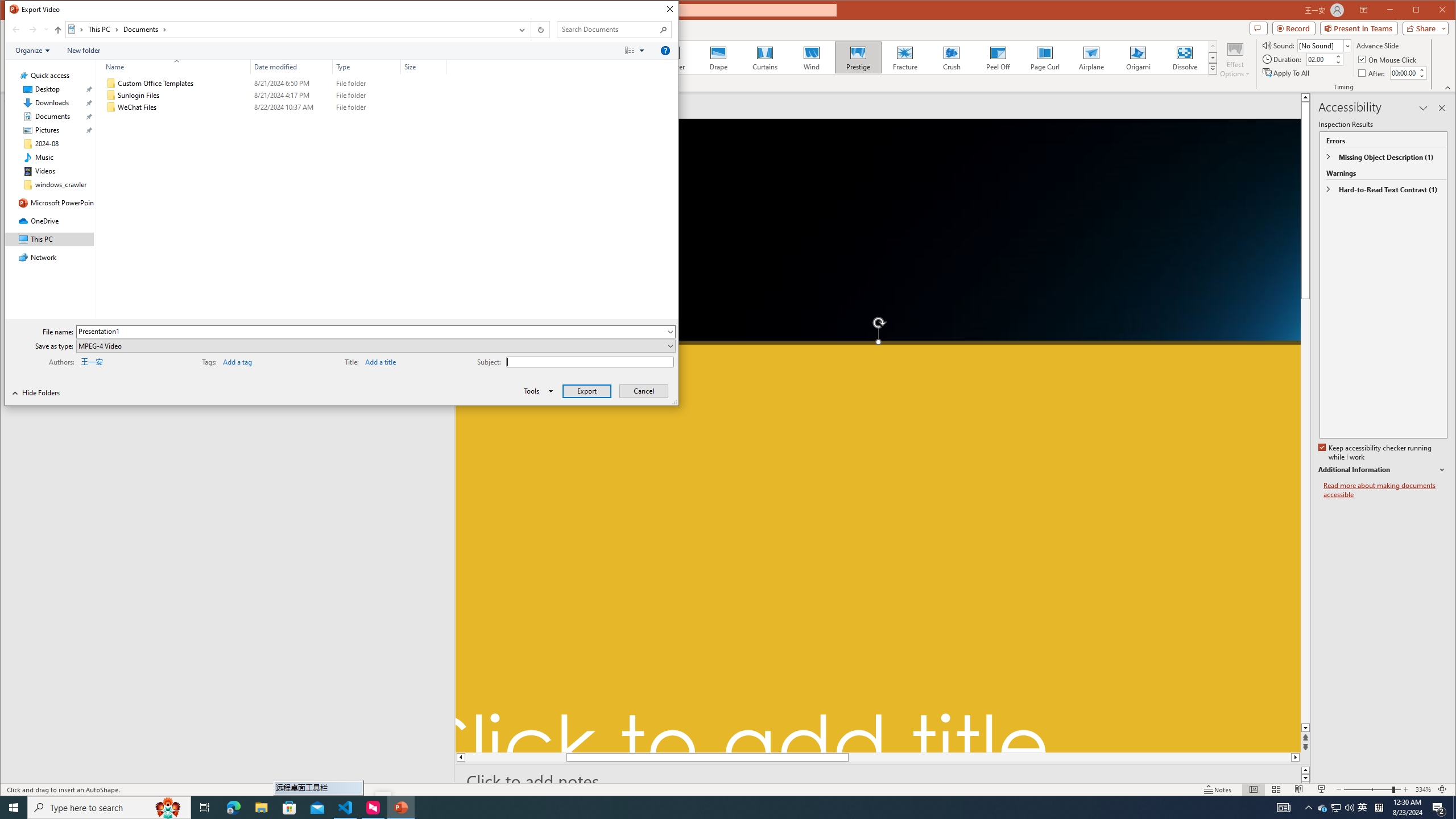  What do you see at coordinates (32, 29) in the screenshot?
I see `'Forward (Alt + Right Arrow)'` at bounding box center [32, 29].